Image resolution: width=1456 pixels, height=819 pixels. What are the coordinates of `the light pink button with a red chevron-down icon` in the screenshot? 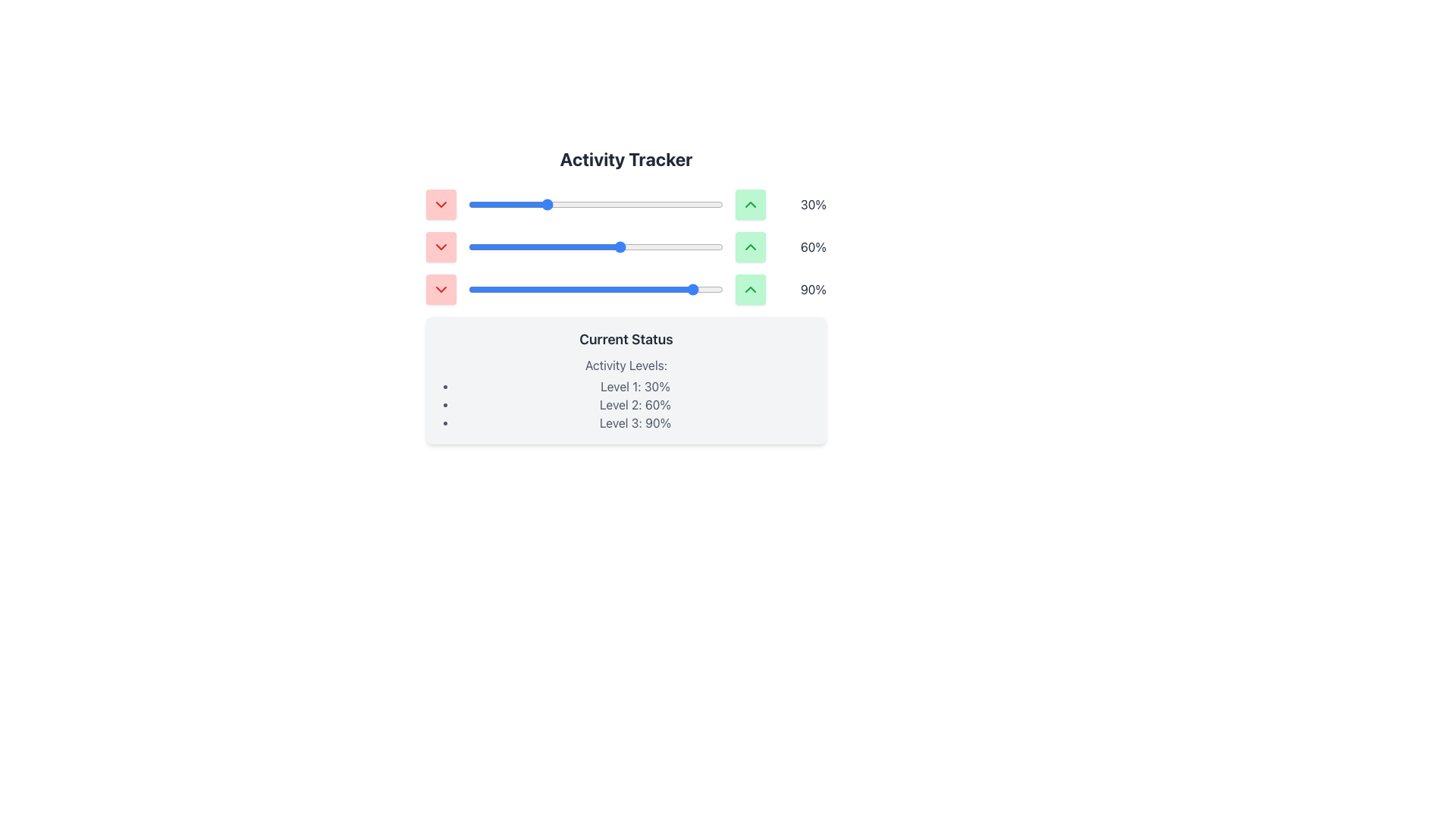 It's located at (440, 289).